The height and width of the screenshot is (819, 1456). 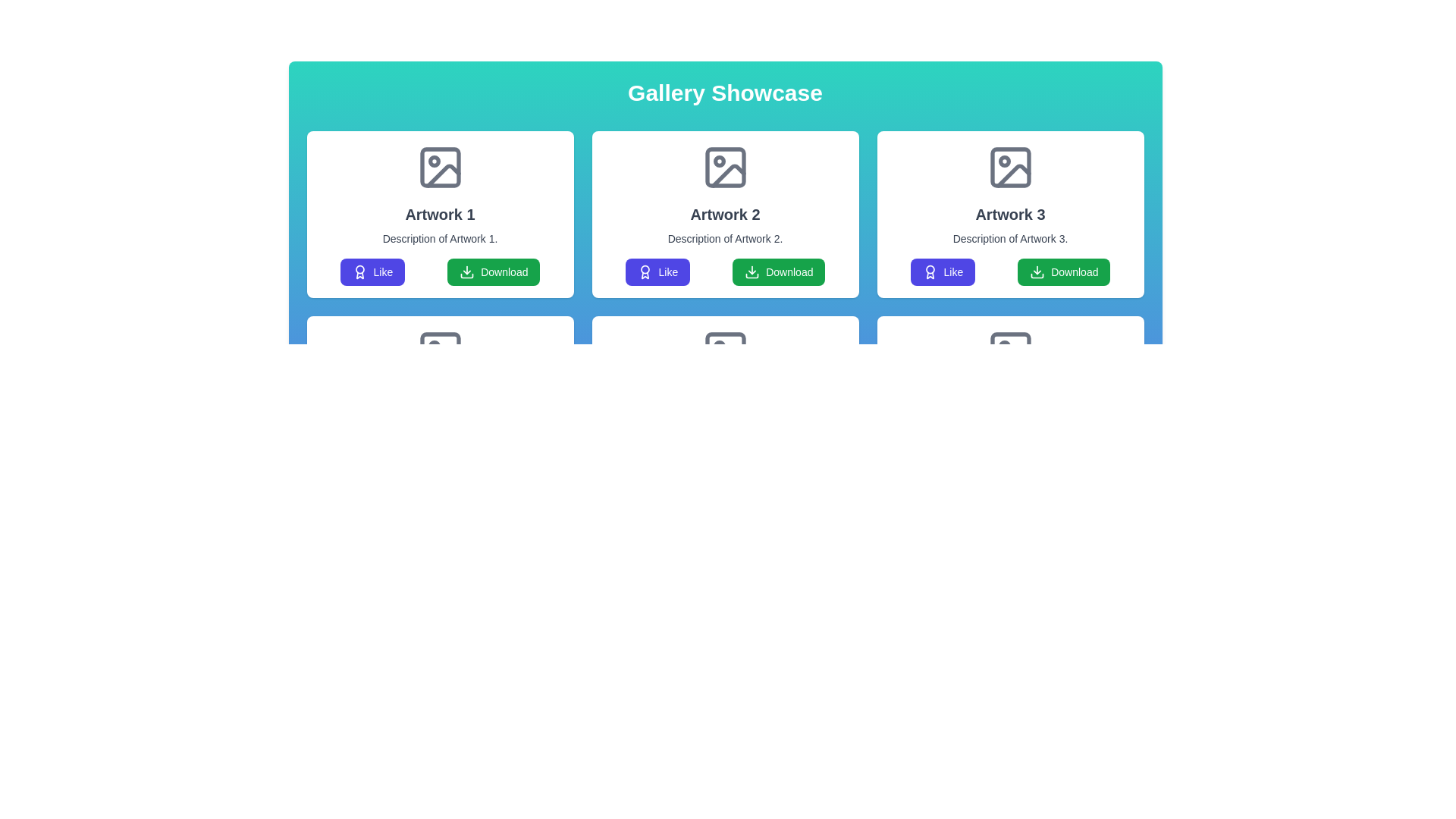 What do you see at coordinates (657, 271) in the screenshot?
I see `the 'Like' button located within the 'Artwork 2' card to express positive feedback for the associated artwork` at bounding box center [657, 271].